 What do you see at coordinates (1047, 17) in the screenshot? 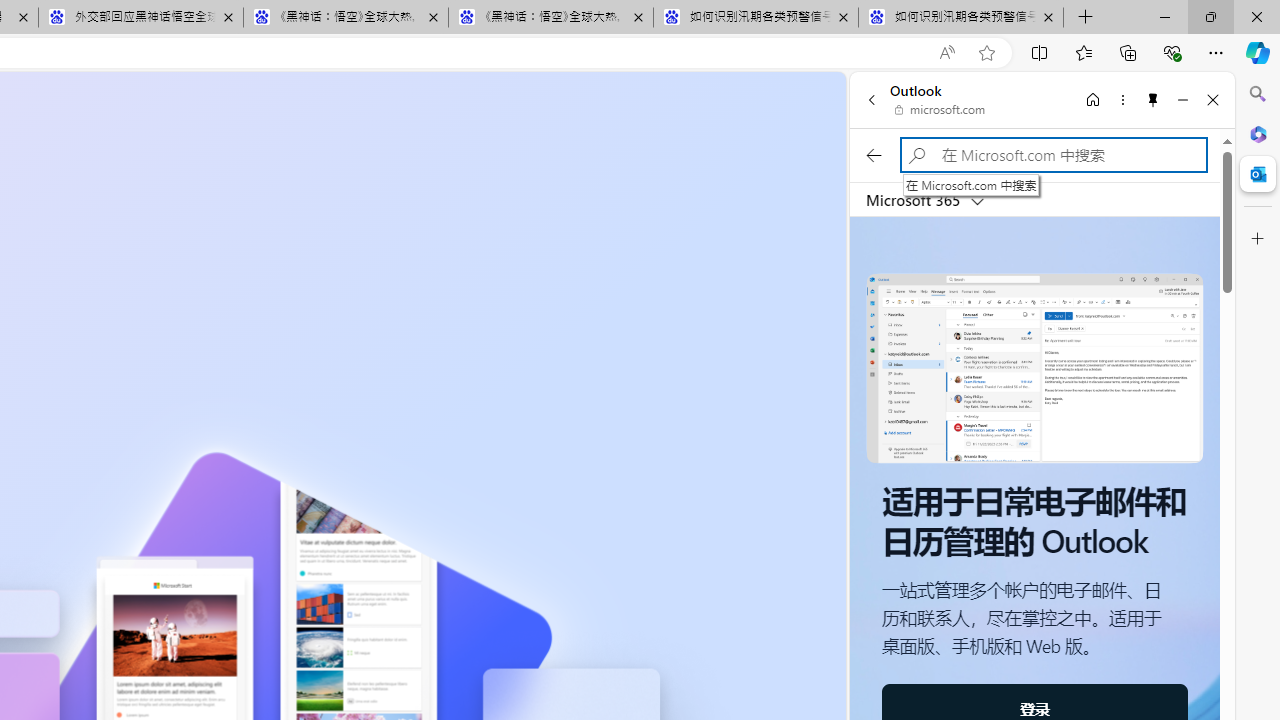
I see `'Close tab'` at bounding box center [1047, 17].